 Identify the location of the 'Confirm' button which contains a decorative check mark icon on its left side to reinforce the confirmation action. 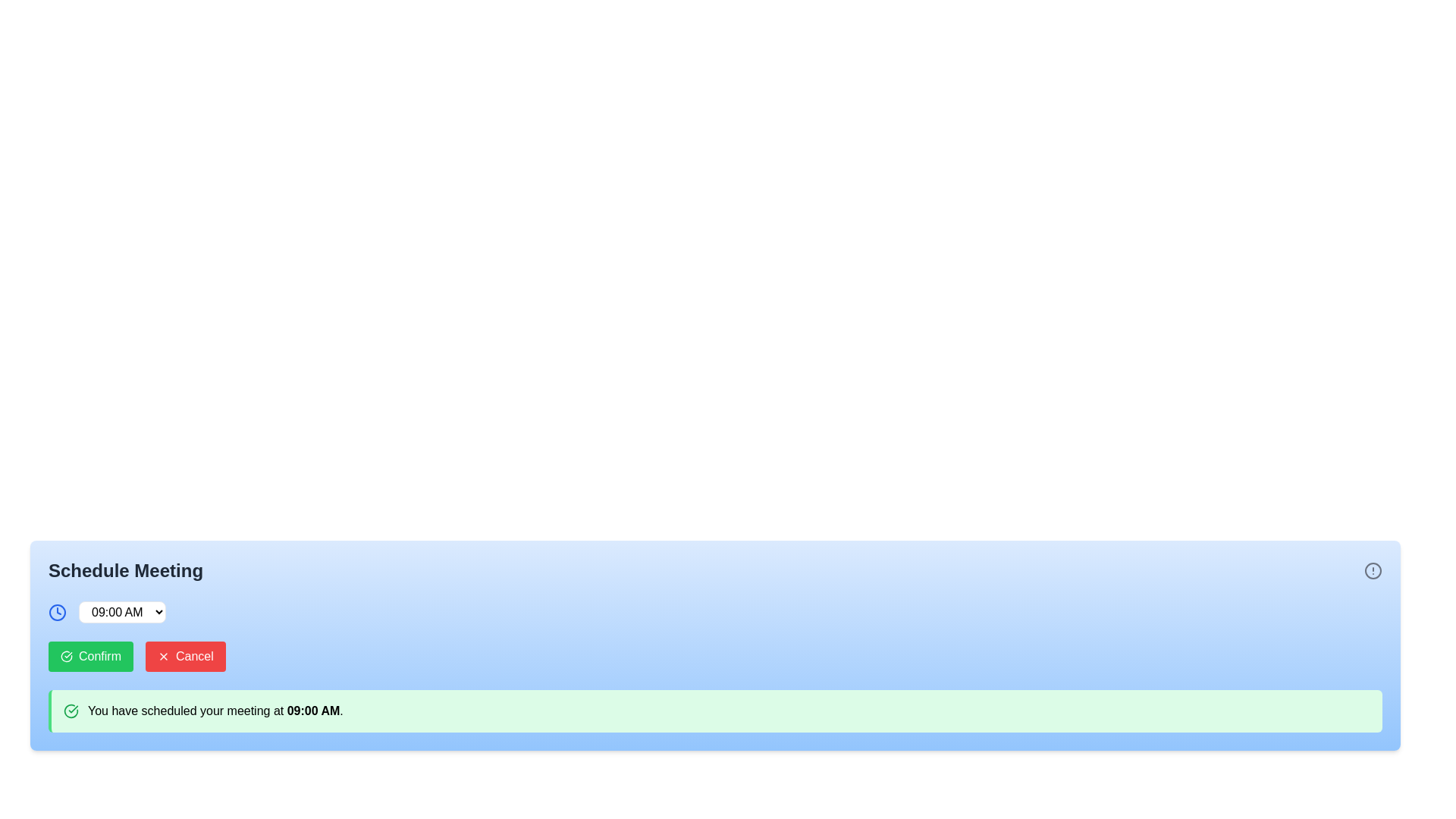
(65, 656).